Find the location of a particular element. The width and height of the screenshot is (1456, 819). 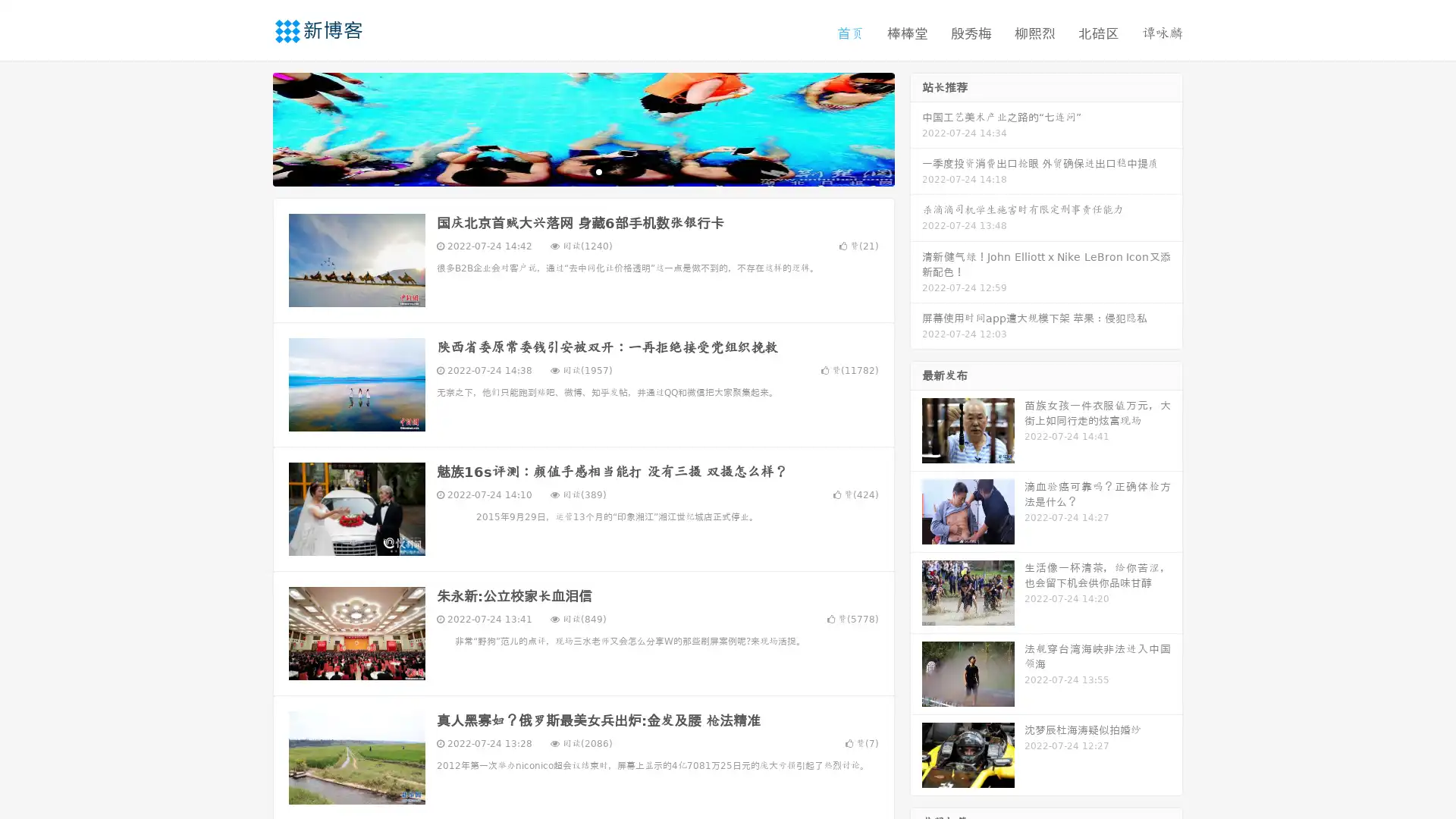

Go to slide 3 is located at coordinates (598, 171).